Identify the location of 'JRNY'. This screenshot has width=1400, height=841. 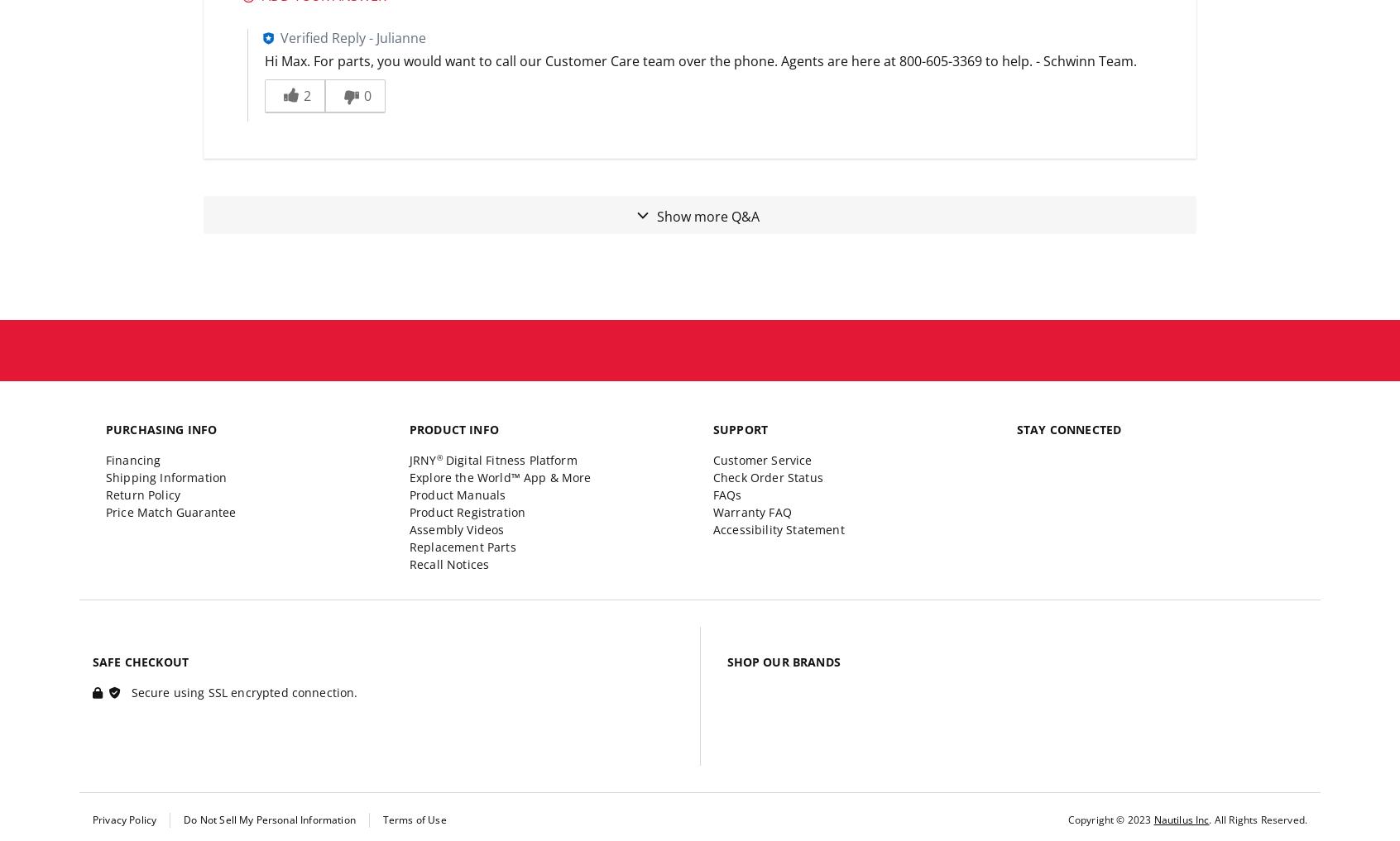
(422, 459).